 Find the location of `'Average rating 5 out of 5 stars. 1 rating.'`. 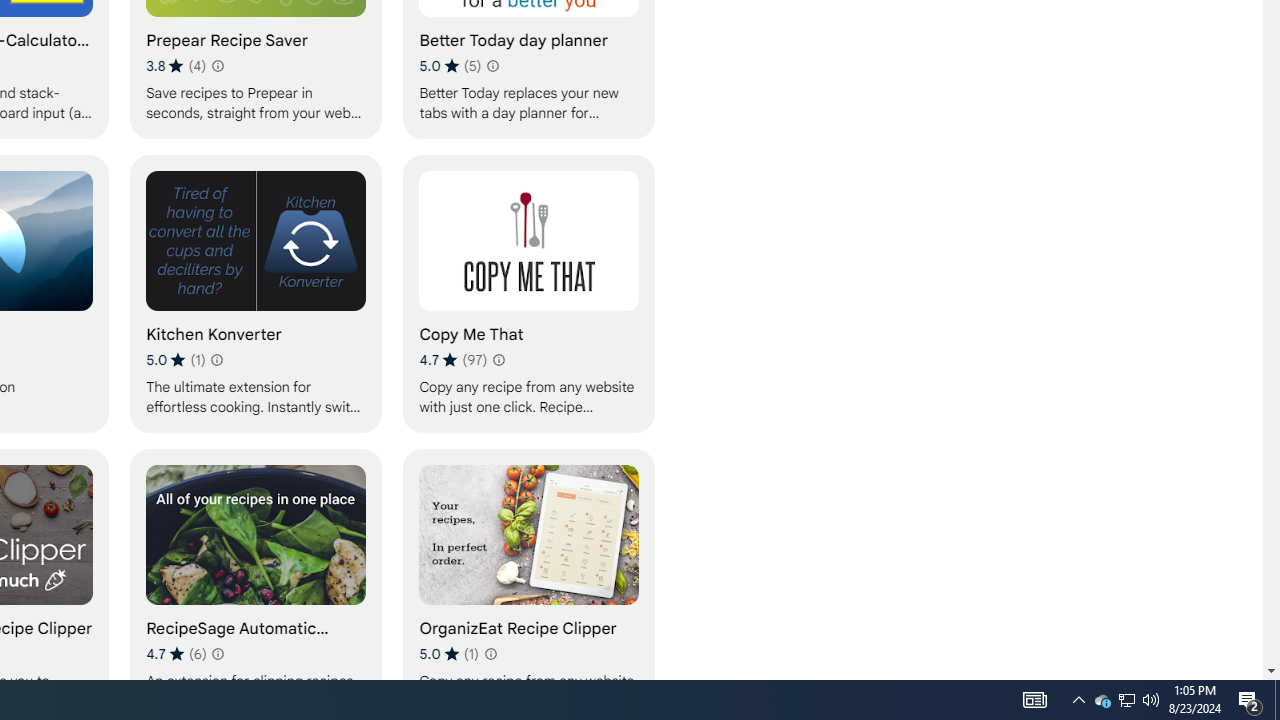

'Average rating 5 out of 5 stars. 1 rating.' is located at coordinates (447, 653).